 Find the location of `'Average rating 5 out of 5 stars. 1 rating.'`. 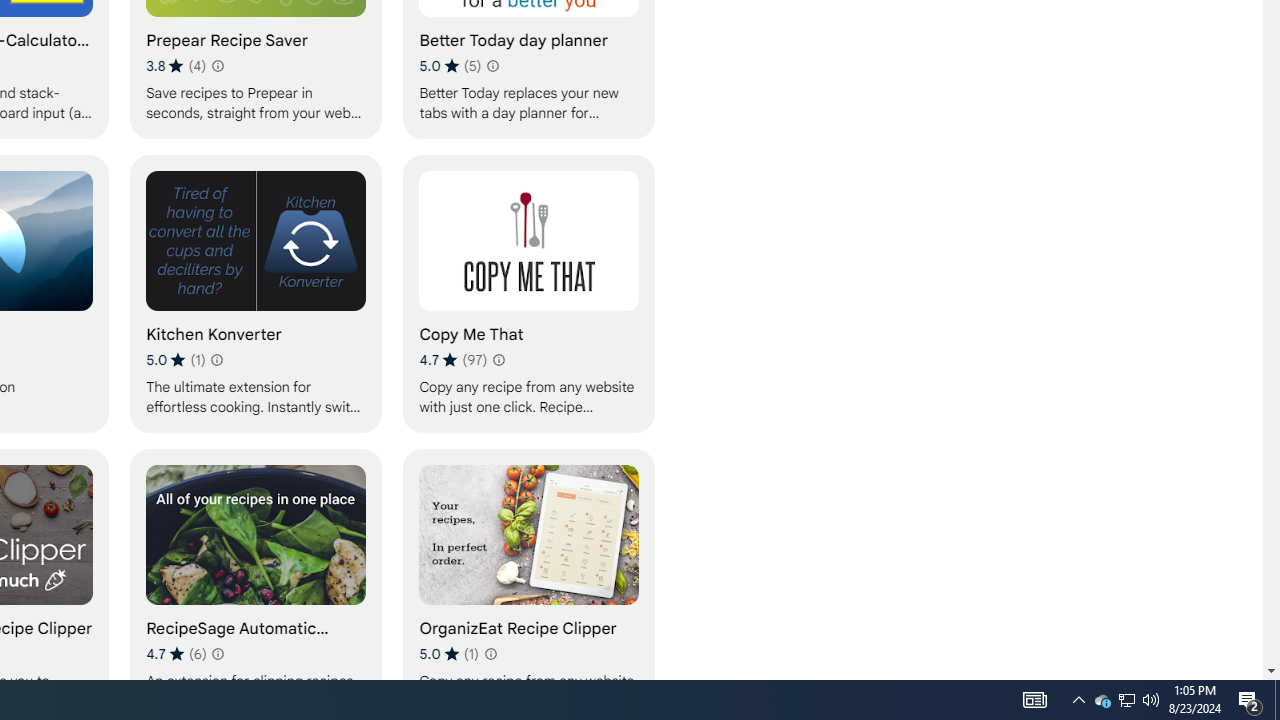

'Average rating 5 out of 5 stars. 1 rating.' is located at coordinates (447, 653).